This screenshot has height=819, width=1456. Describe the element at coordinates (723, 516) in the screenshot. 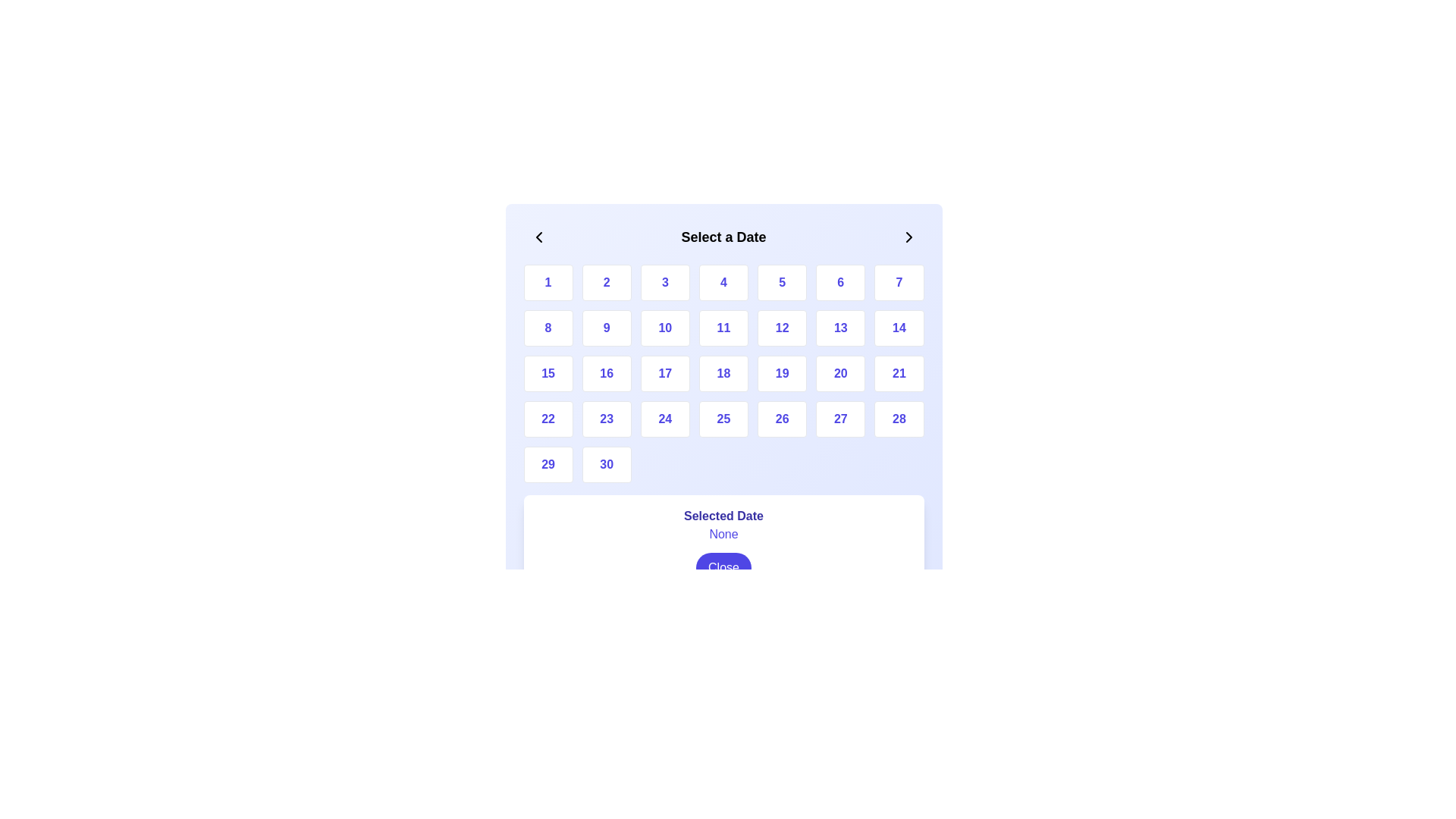

I see `the 'Selected Date' static text label, which is bold and indigo-colored, positioned at the top of a white background card above other elements` at that location.